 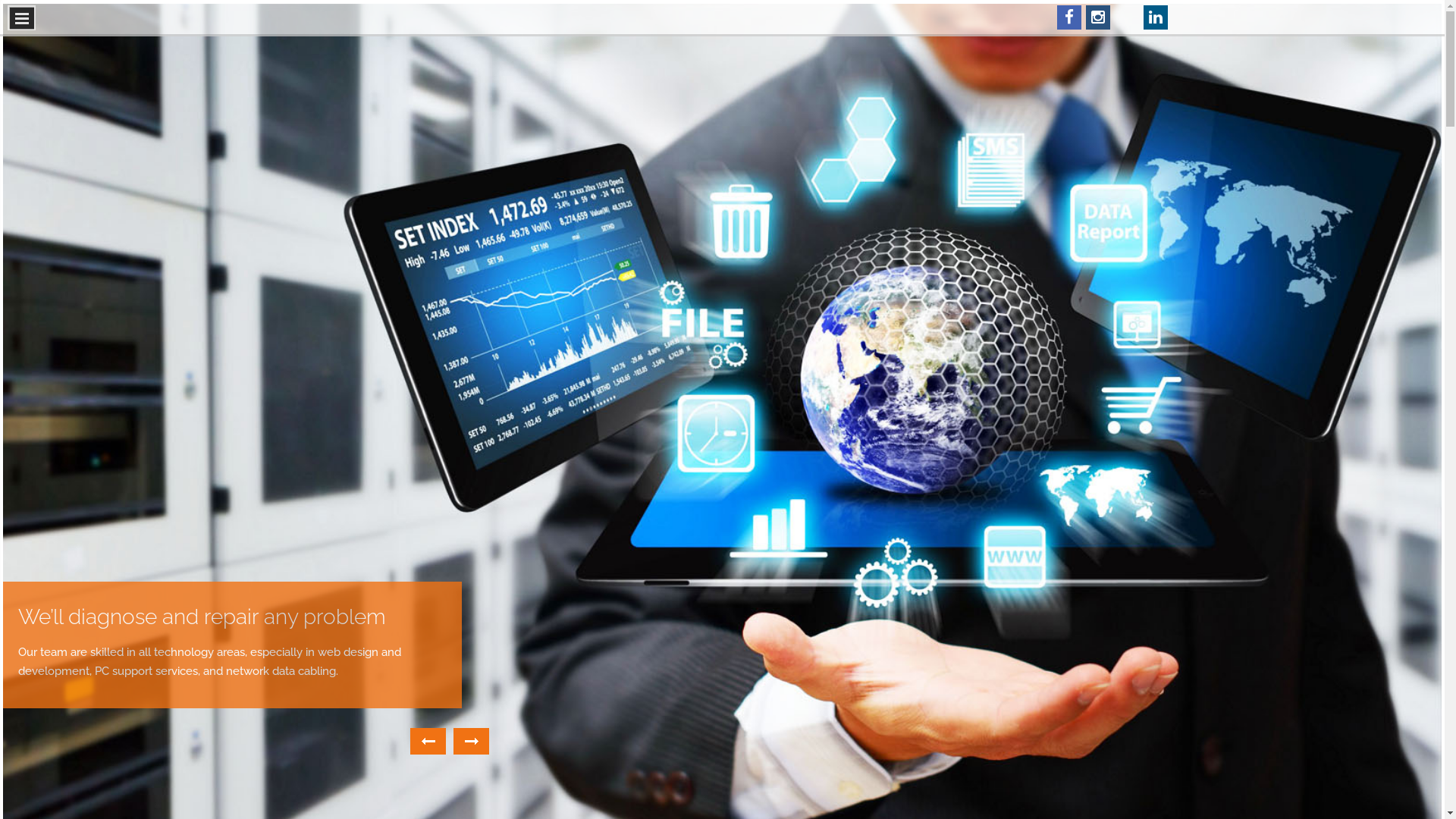 I want to click on 'Instagram', so click(x=1098, y=17).